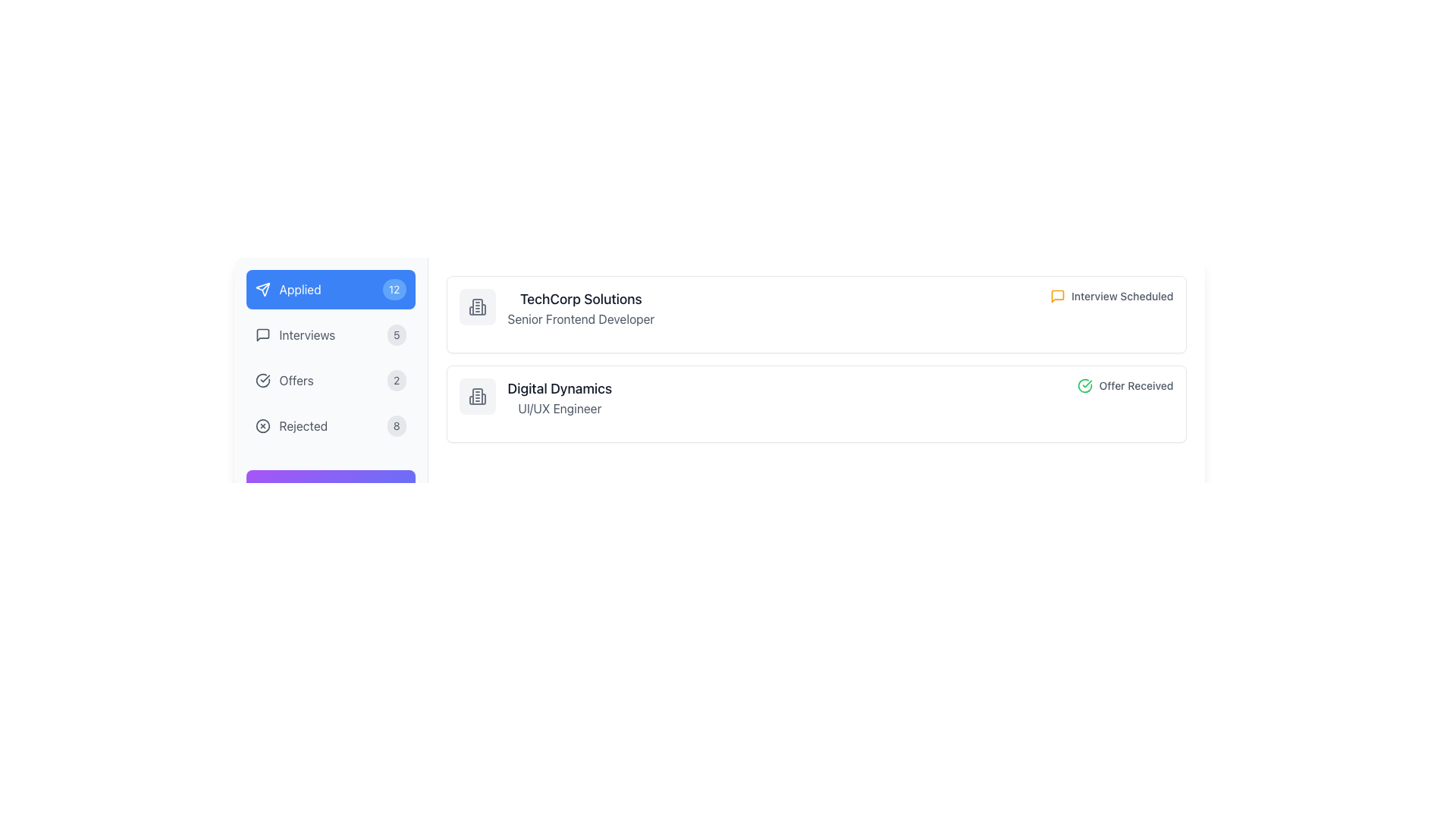 This screenshot has width=1456, height=819. What do you see at coordinates (287, 289) in the screenshot?
I see `the 'Applied' section indicator, which is the first element in the left sidebar menu of the job application tracker` at bounding box center [287, 289].